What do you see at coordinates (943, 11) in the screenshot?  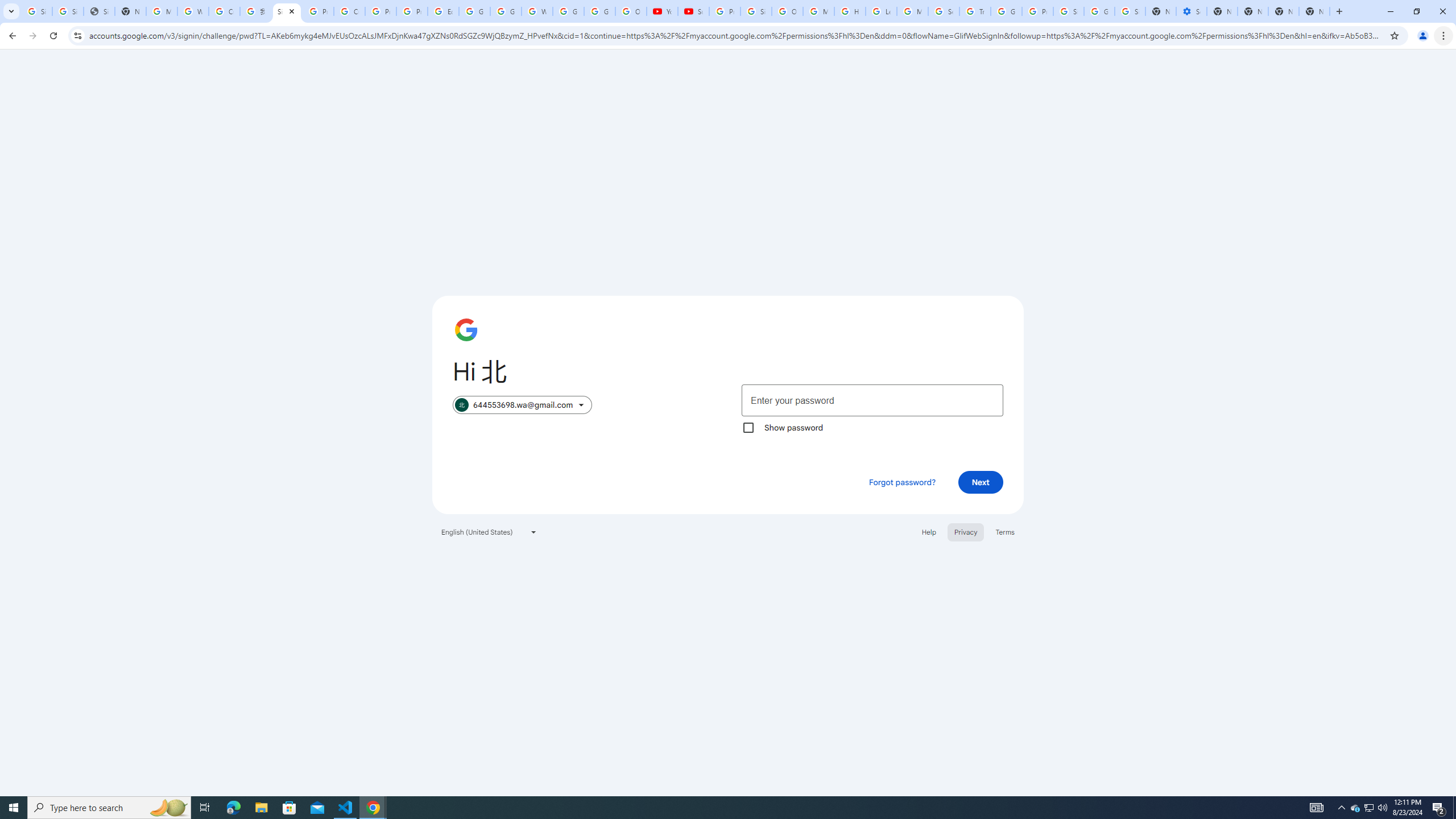 I see `'Search our Doodle Library Collection - Google Doodles'` at bounding box center [943, 11].